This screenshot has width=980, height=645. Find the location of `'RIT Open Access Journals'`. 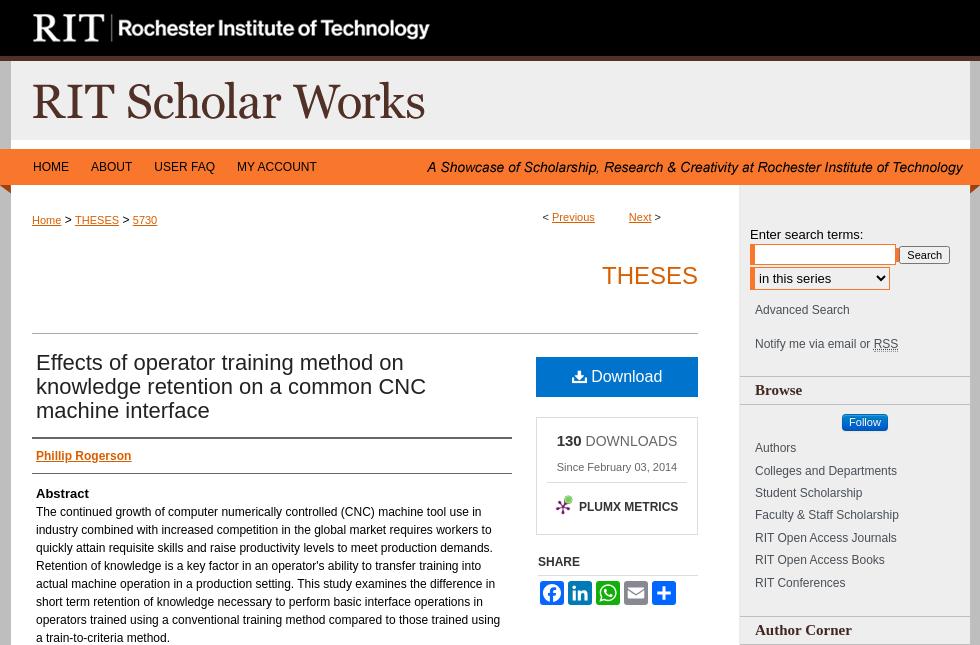

'RIT Open Access Journals' is located at coordinates (825, 537).